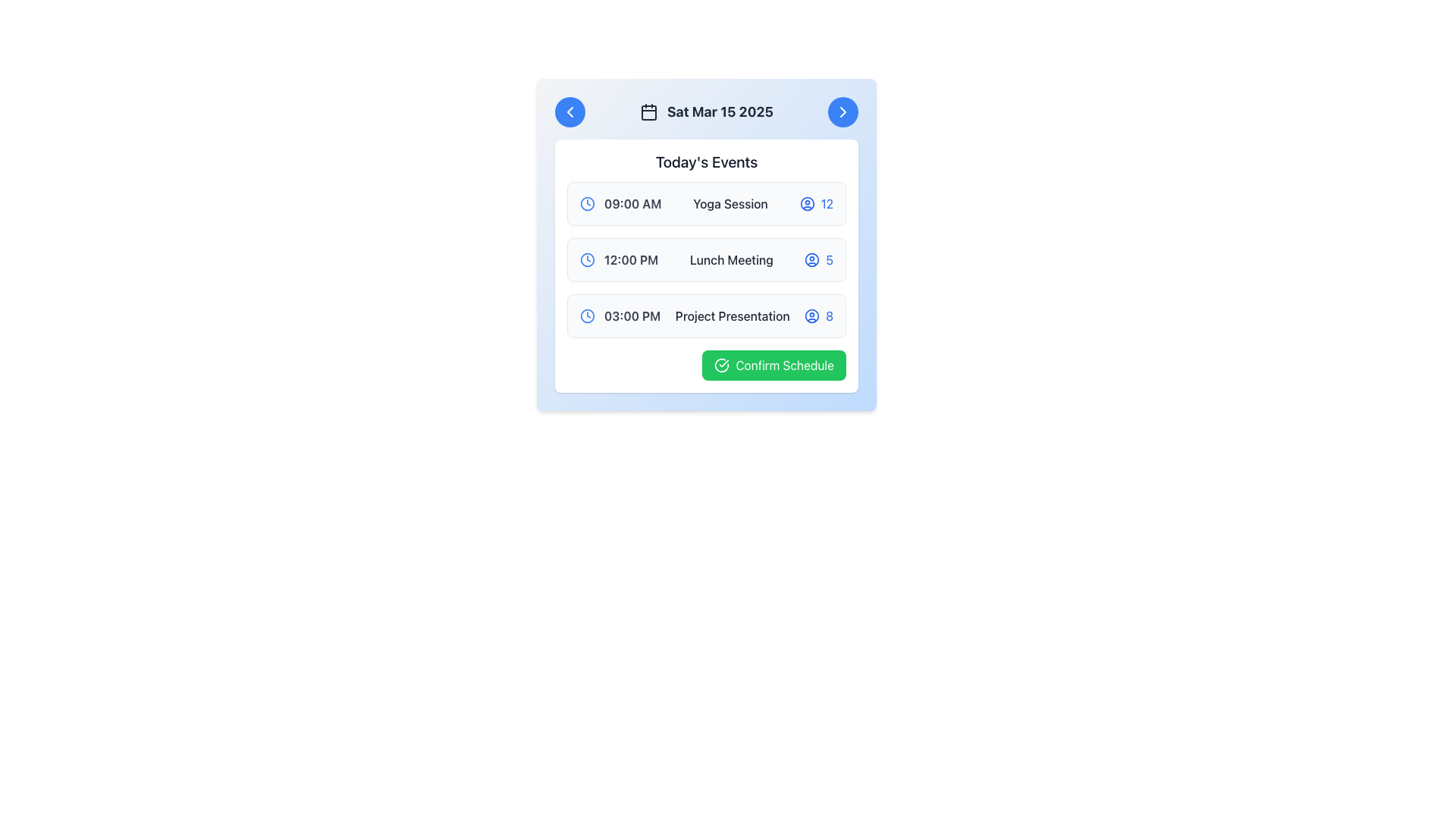 The image size is (1456, 819). What do you see at coordinates (818, 315) in the screenshot?
I see `text label displaying the number '8' styled in blue font, located next to a user icon in the third row of 'Today's Events'` at bounding box center [818, 315].